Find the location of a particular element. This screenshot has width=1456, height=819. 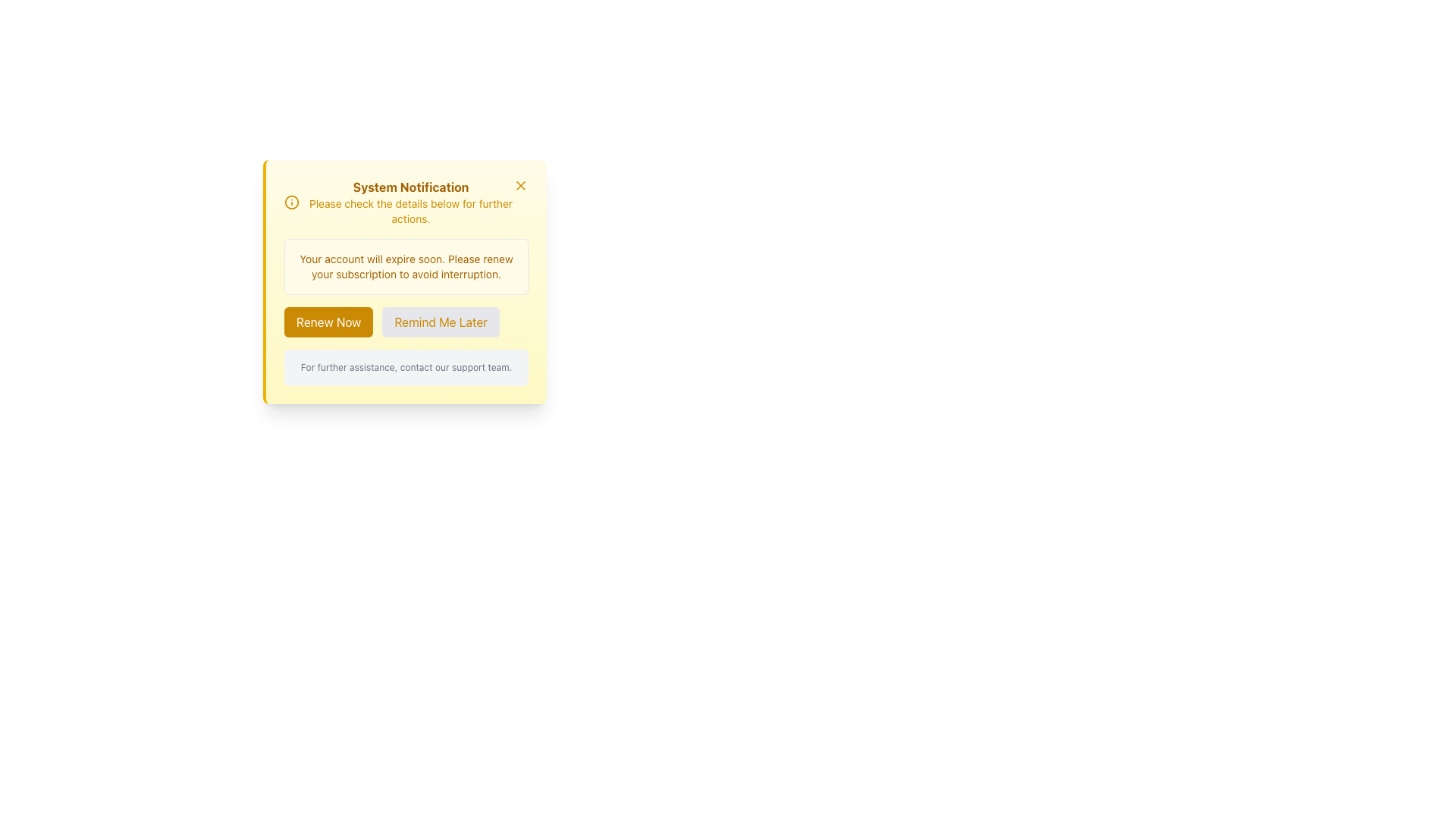

informational header notification text that includes 'System Notification' and additional instructions 'Please check the details below for further actions.' is located at coordinates (399, 201).